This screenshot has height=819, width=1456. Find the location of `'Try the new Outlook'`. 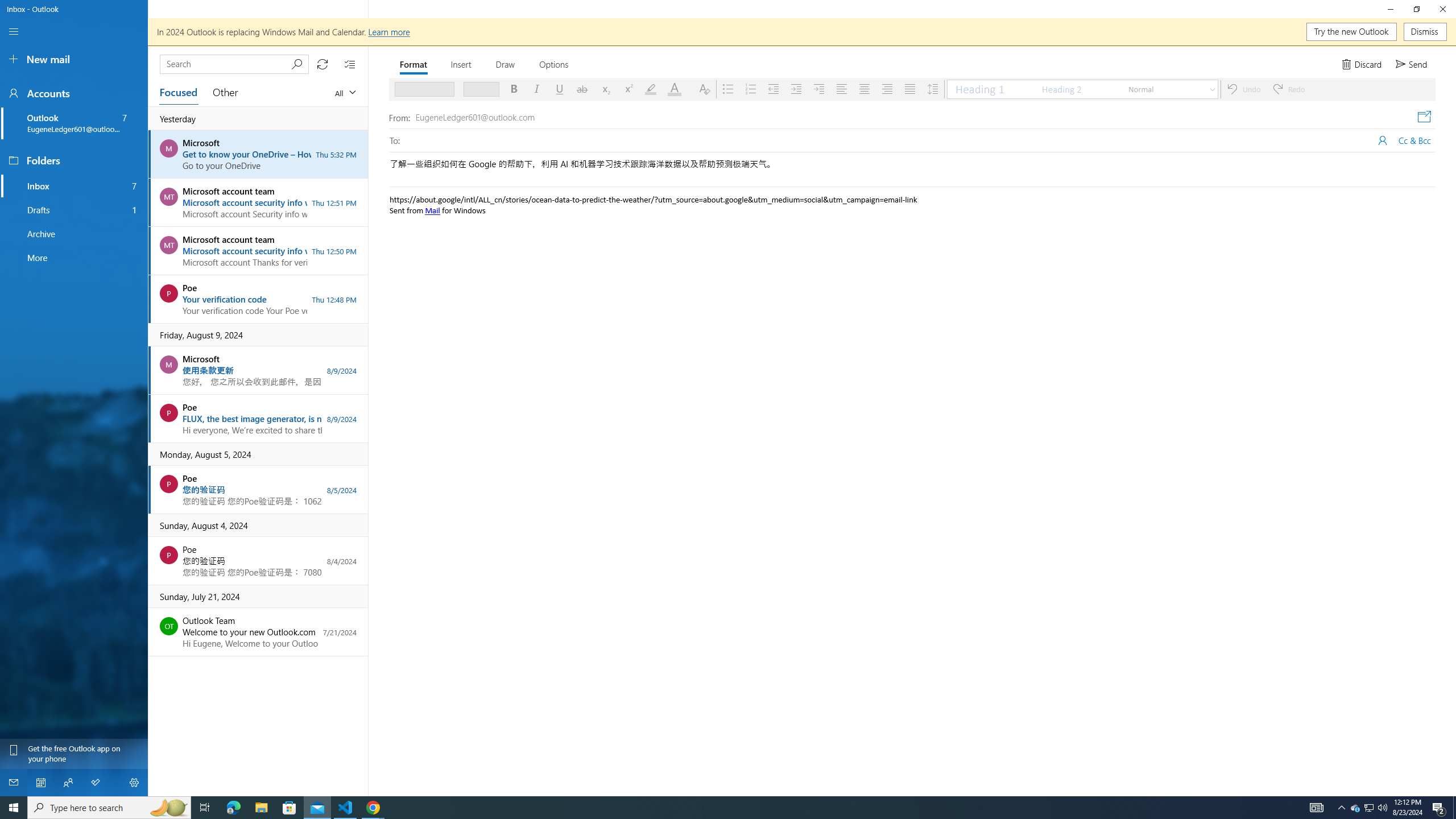

'Try the new Outlook' is located at coordinates (1350, 31).